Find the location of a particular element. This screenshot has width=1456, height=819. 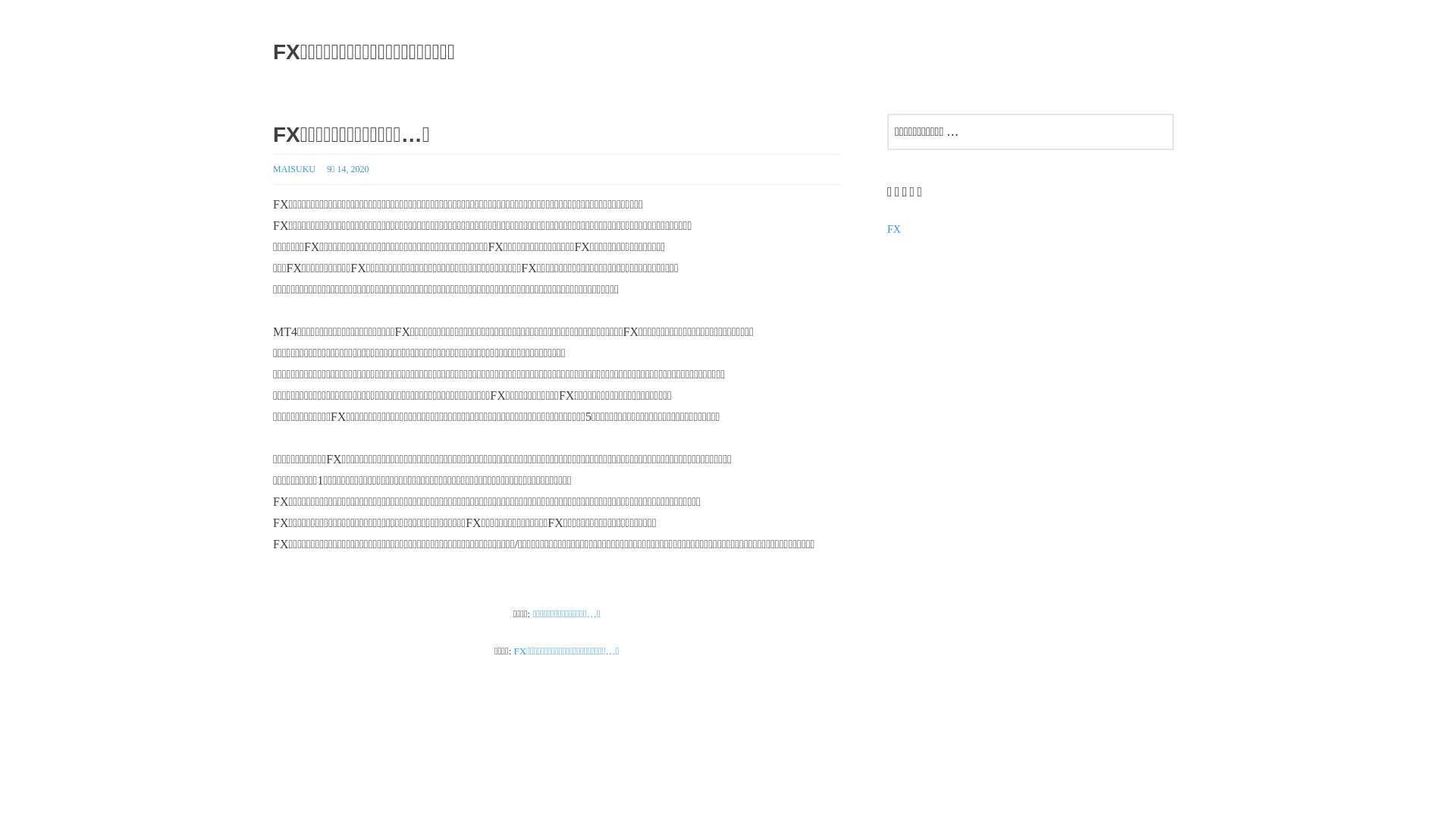

'FX' is located at coordinates (894, 228).